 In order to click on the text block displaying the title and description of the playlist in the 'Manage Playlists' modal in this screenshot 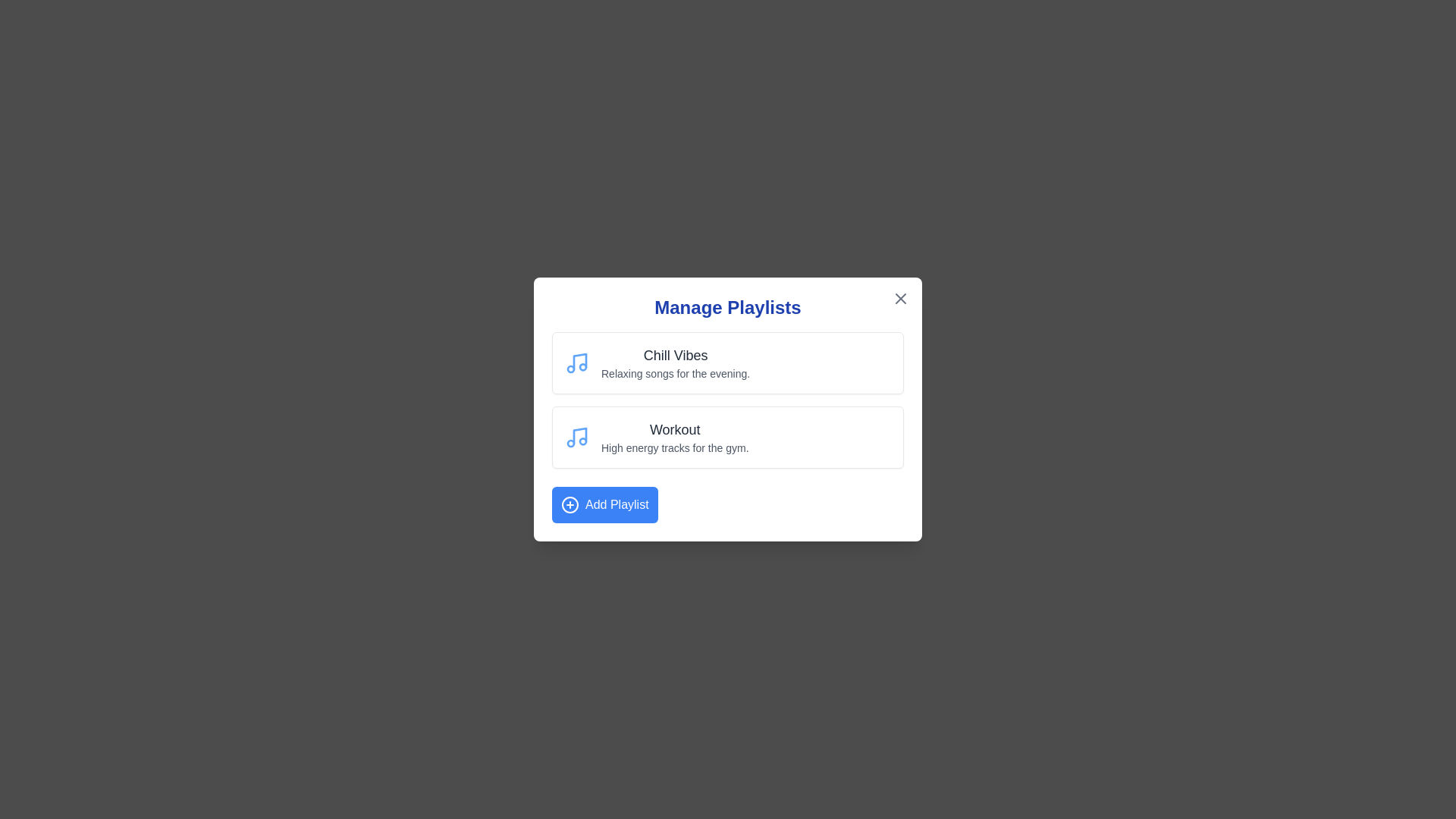, I will do `click(675, 362)`.